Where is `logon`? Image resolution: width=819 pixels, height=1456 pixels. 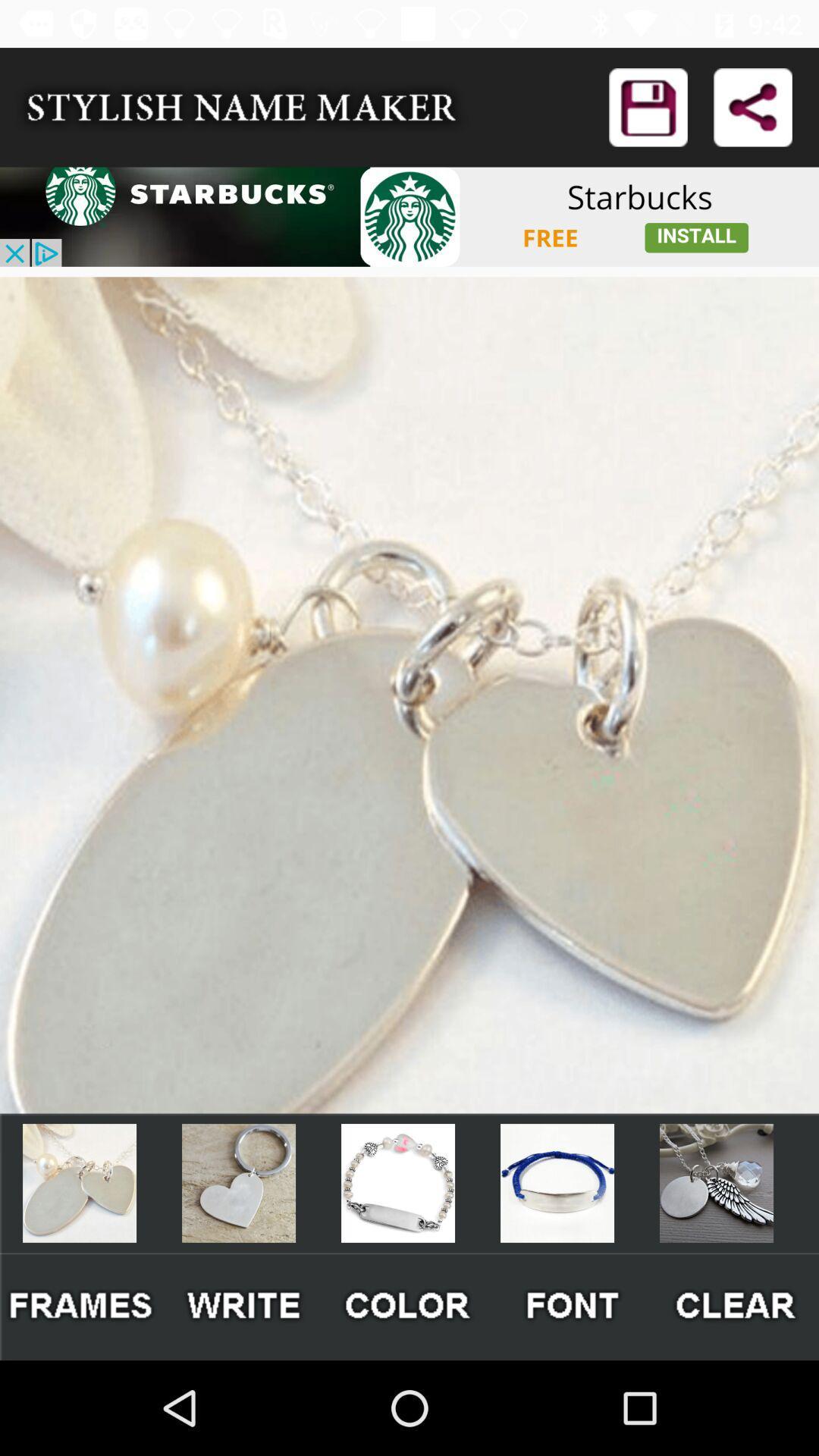
logon is located at coordinates (648, 106).